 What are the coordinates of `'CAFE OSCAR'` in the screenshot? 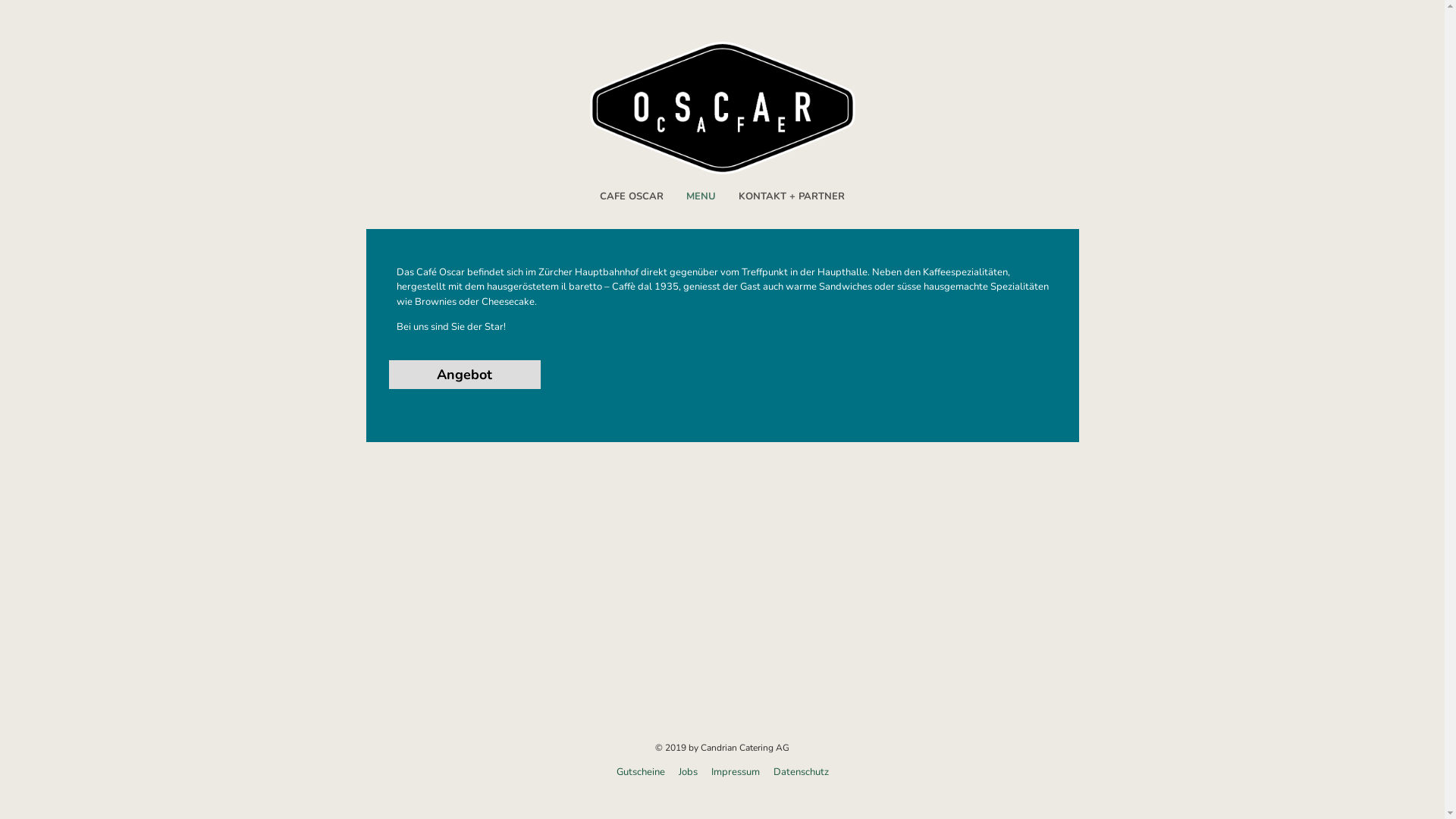 It's located at (588, 196).